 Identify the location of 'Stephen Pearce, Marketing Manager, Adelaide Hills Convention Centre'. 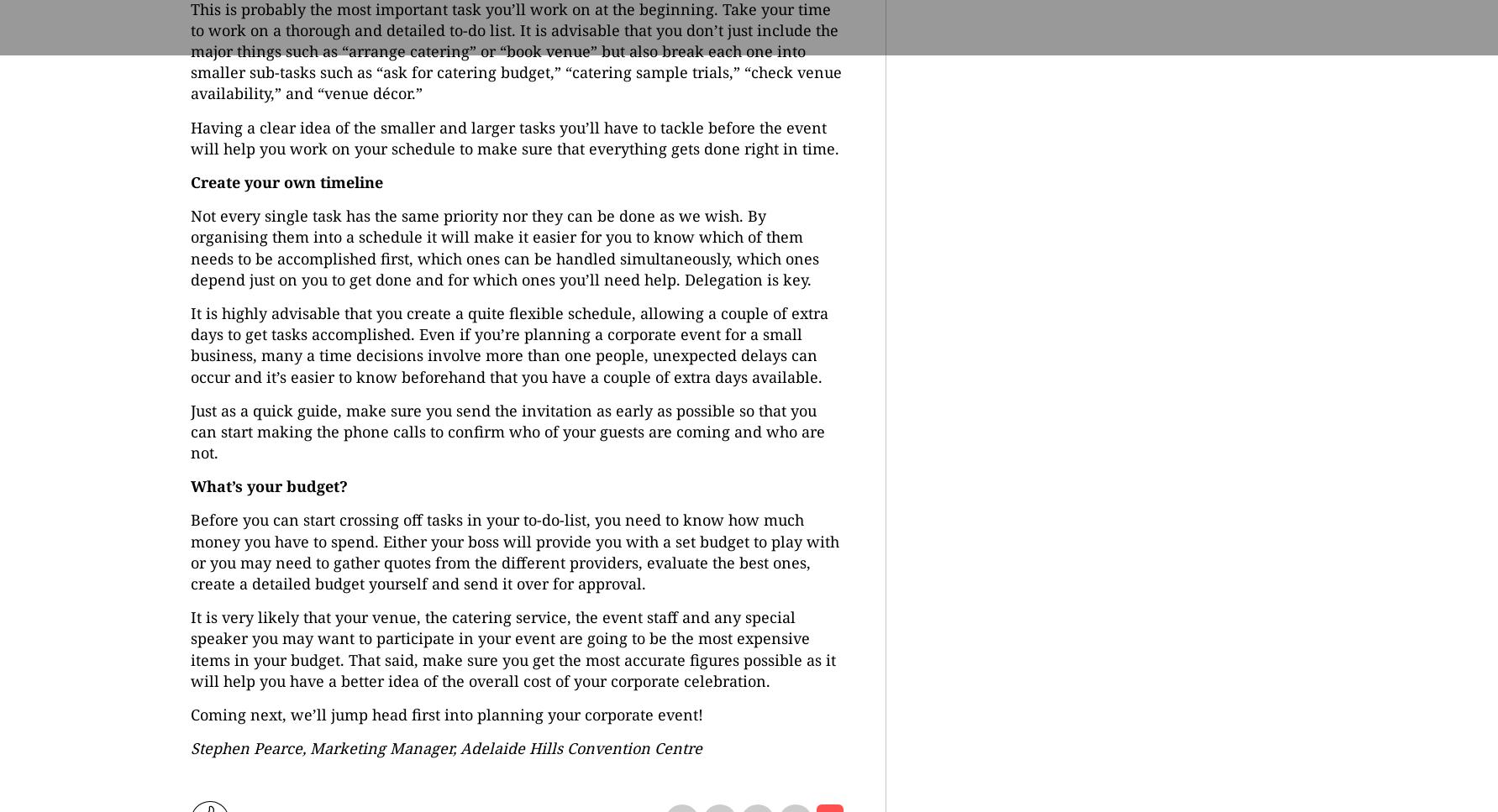
(444, 747).